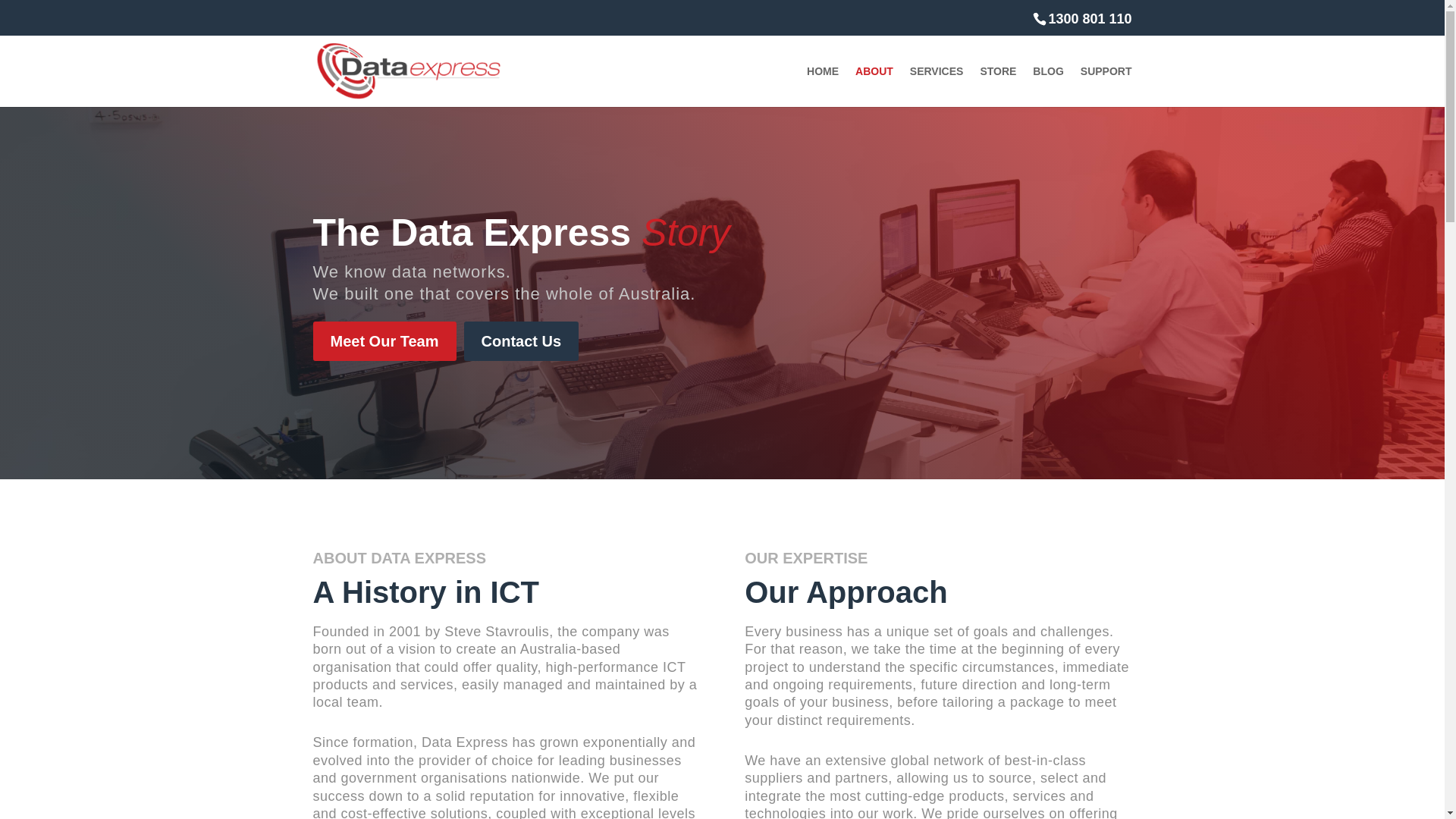 Image resolution: width=1456 pixels, height=819 pixels. I want to click on 'SUPPORT', so click(1080, 86).